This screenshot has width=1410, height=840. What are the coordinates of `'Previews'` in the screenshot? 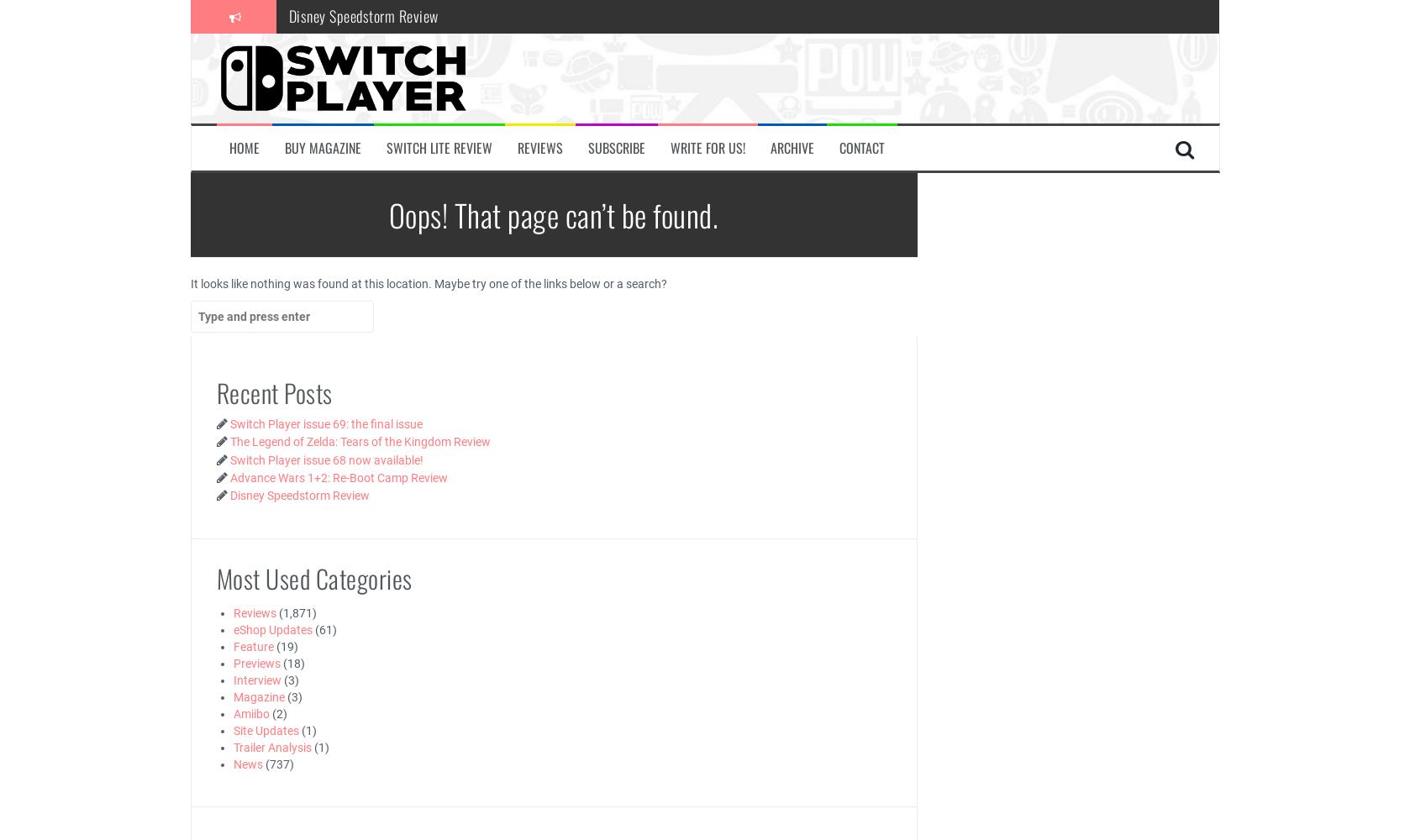 It's located at (256, 663).